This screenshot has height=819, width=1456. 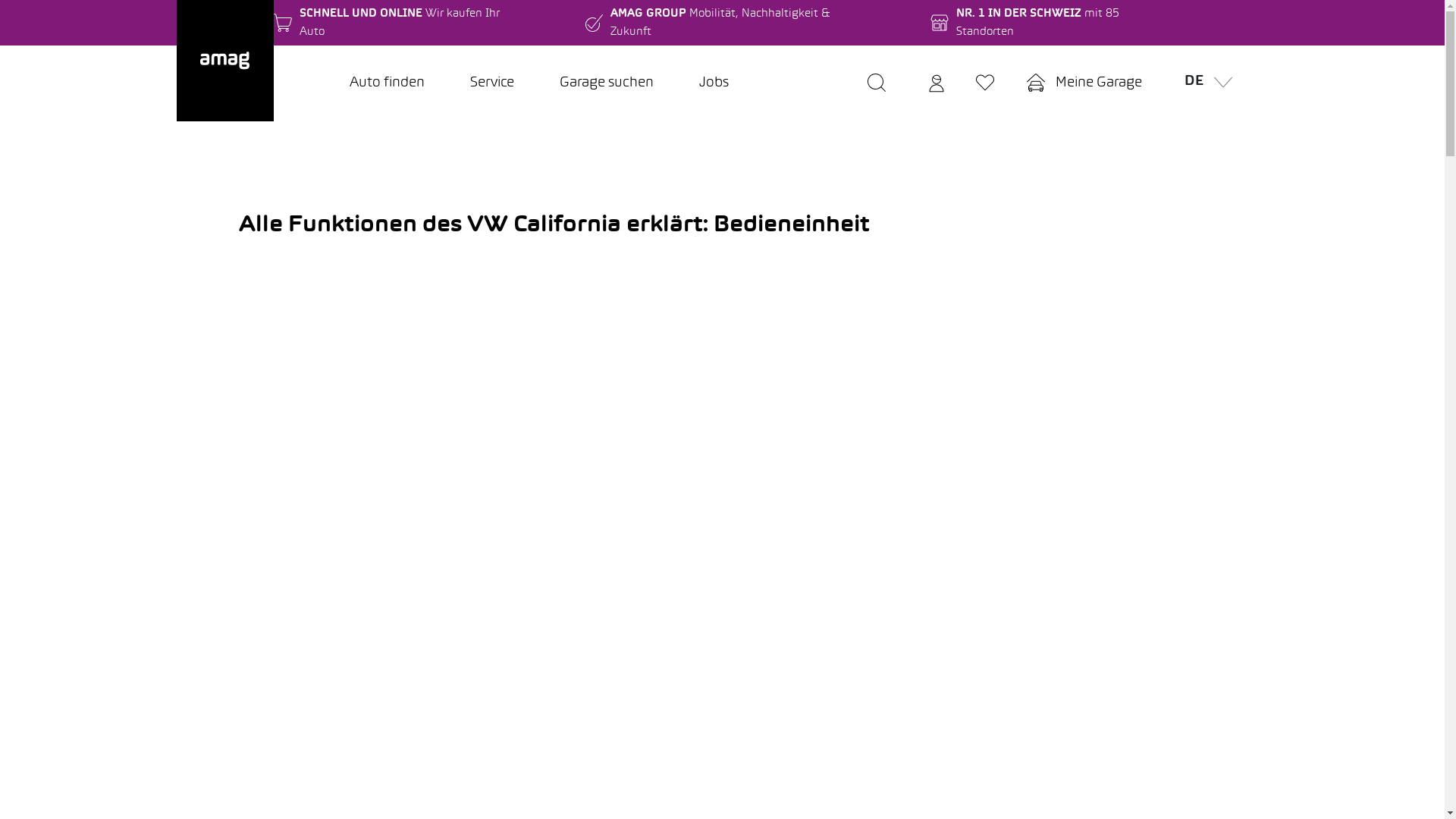 I want to click on 'DE', so click(x=1203, y=83).